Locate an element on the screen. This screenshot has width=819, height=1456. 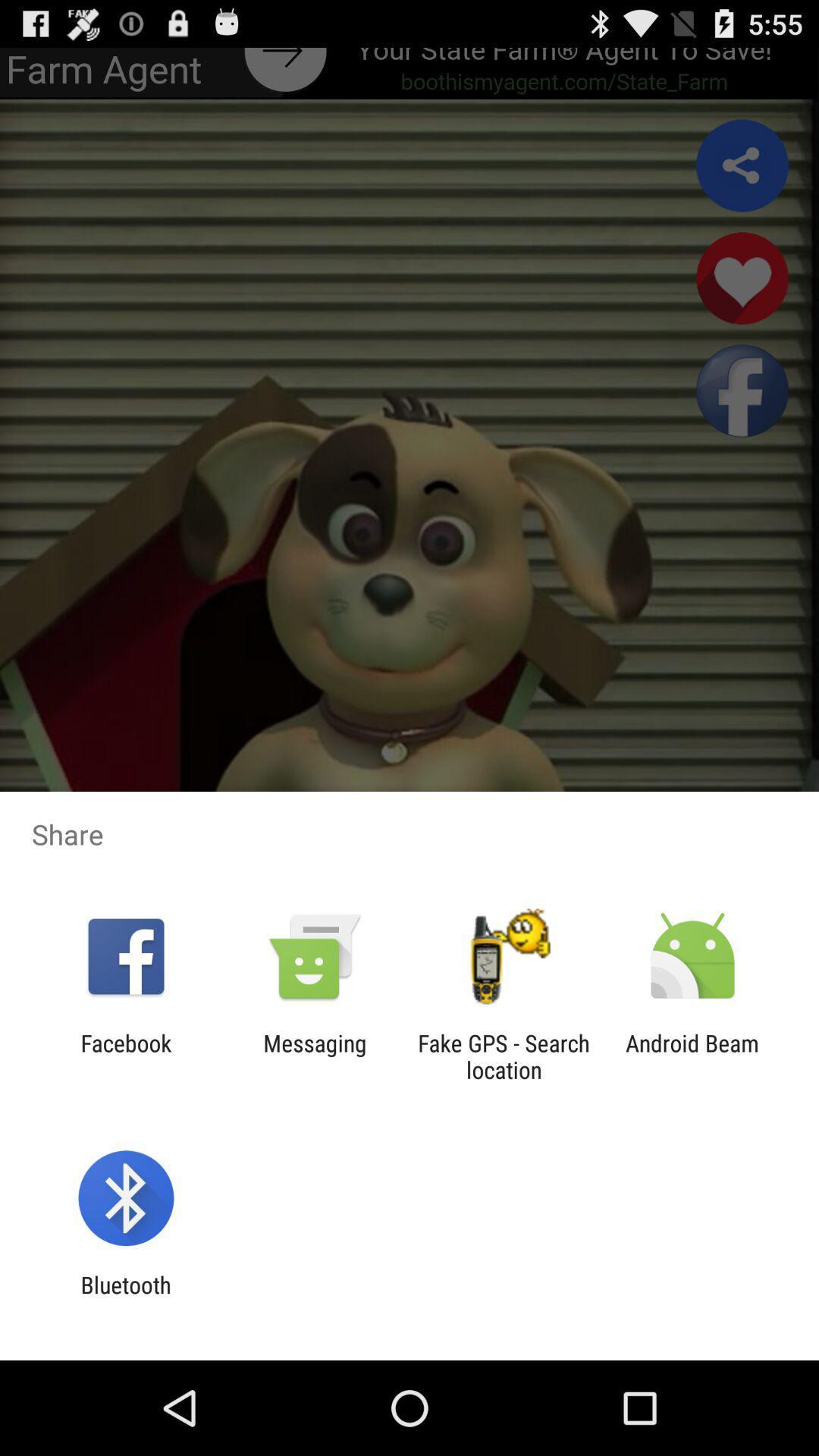
the app next to the android beam is located at coordinates (504, 1056).